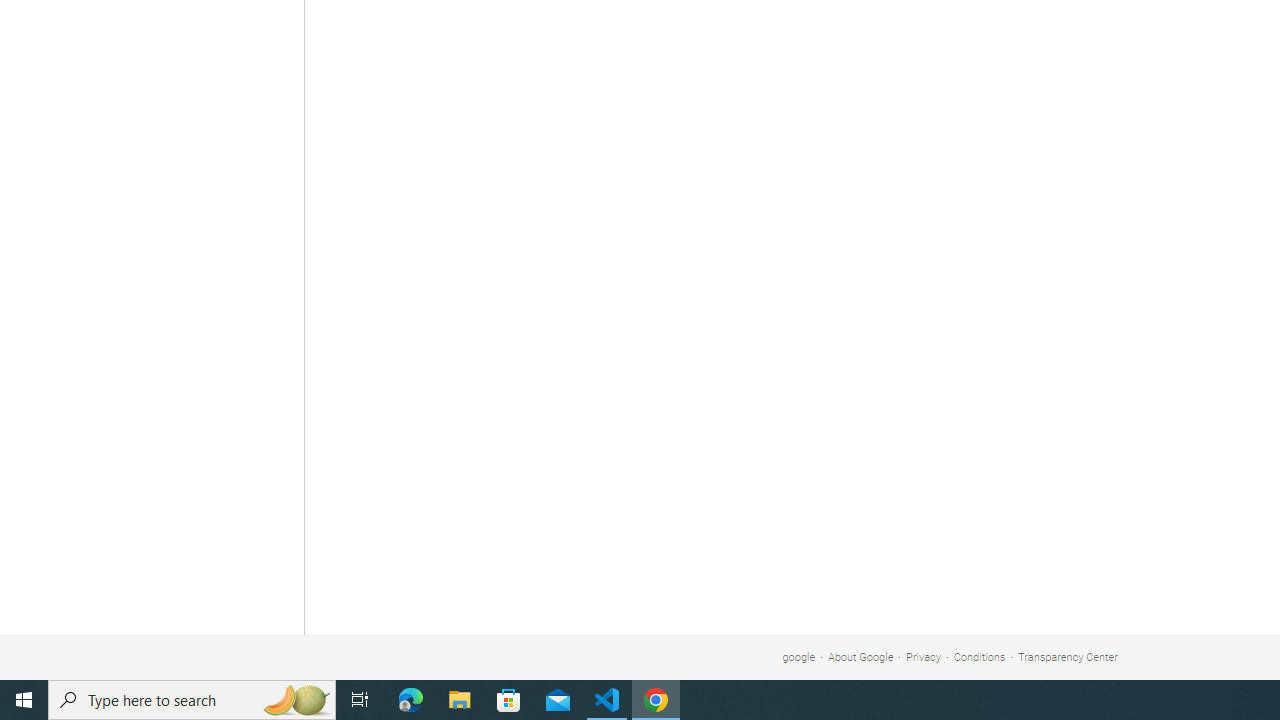  I want to click on 'Conditions', so click(979, 657).